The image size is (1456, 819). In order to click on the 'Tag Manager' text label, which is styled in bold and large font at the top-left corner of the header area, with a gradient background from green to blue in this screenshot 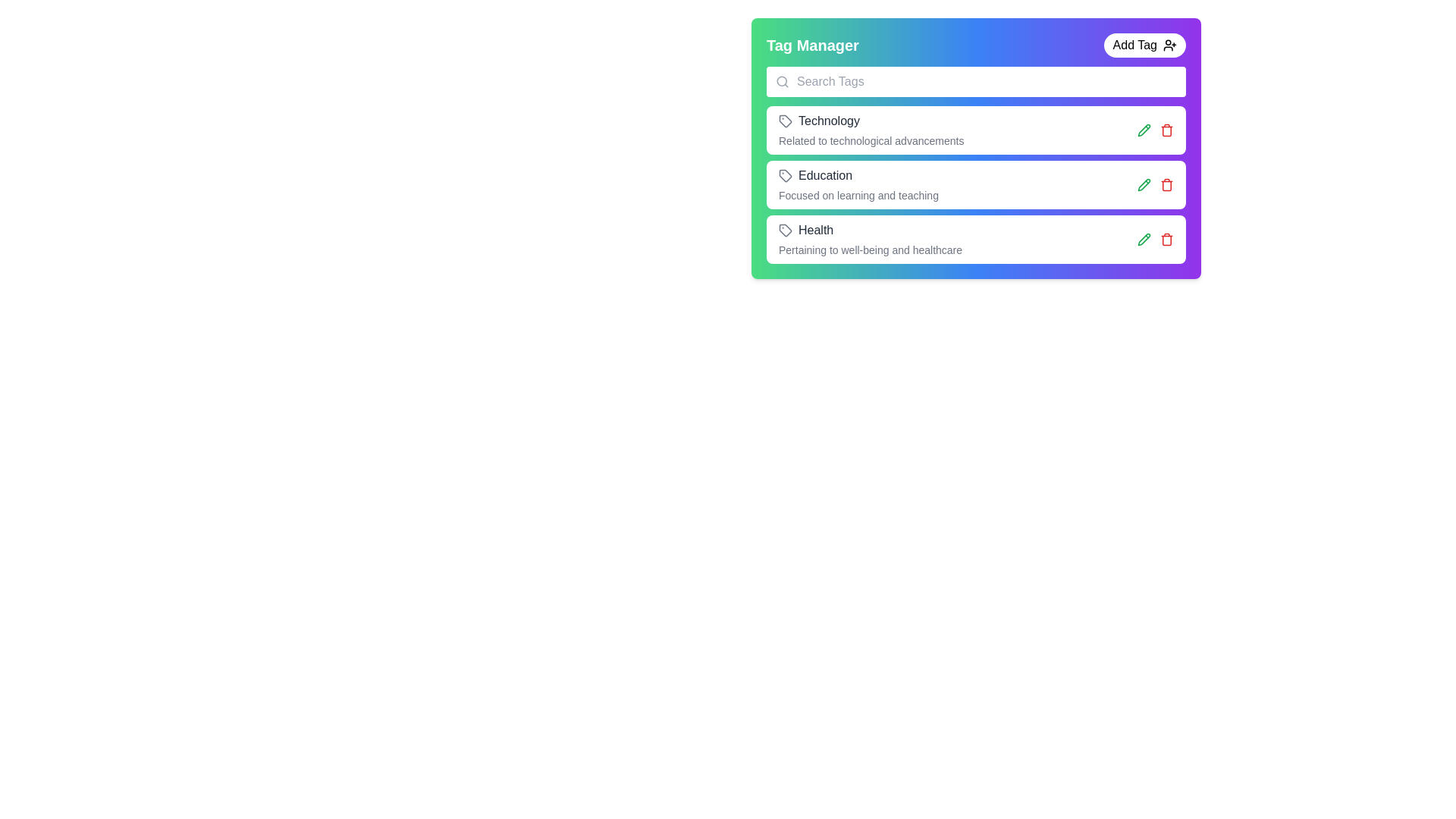, I will do `click(811, 45)`.